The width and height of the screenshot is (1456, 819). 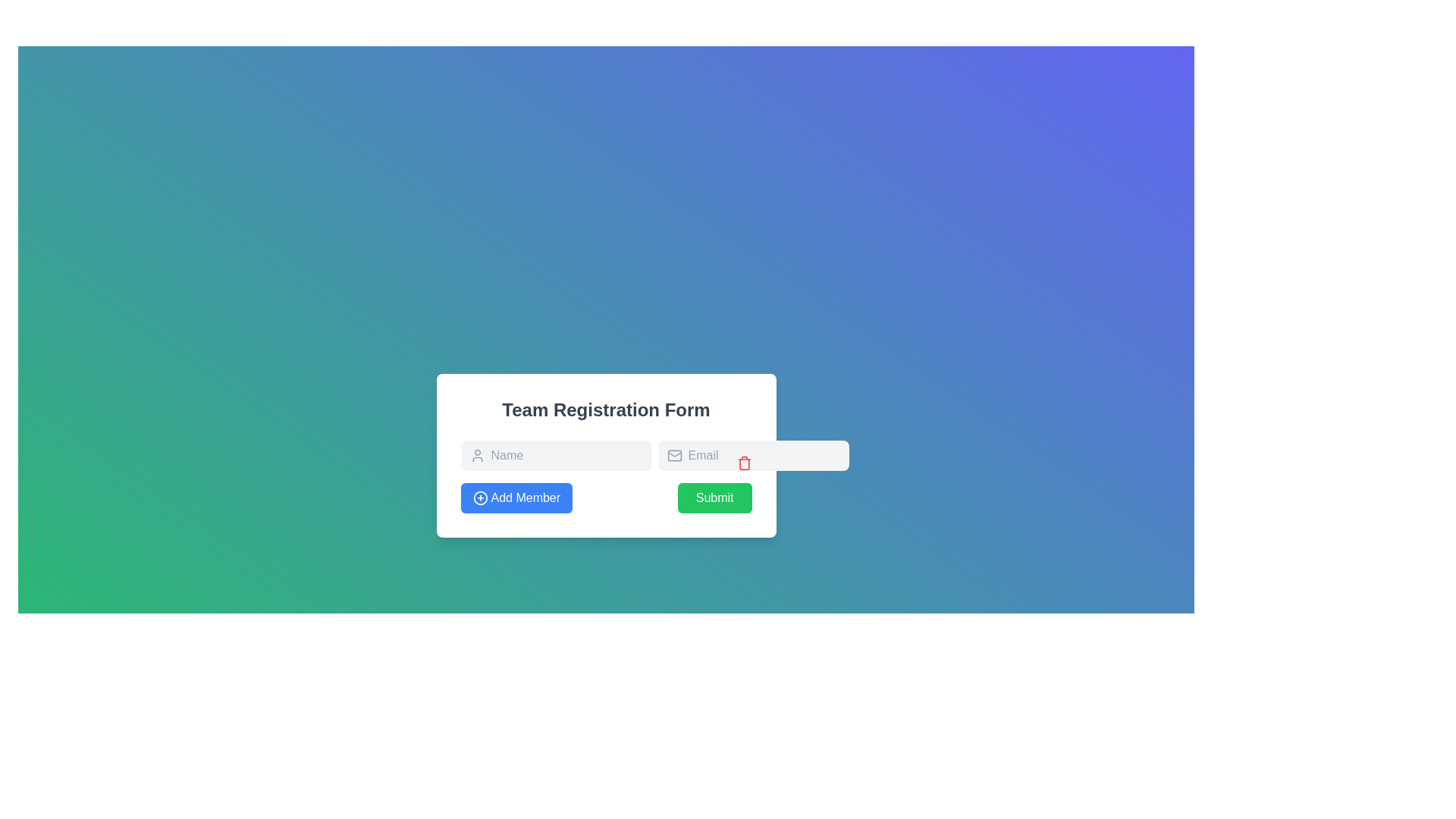 What do you see at coordinates (673, 455) in the screenshot?
I see `the email icon located to the left of the email input field, which serves as a visual indicator for email addresses` at bounding box center [673, 455].